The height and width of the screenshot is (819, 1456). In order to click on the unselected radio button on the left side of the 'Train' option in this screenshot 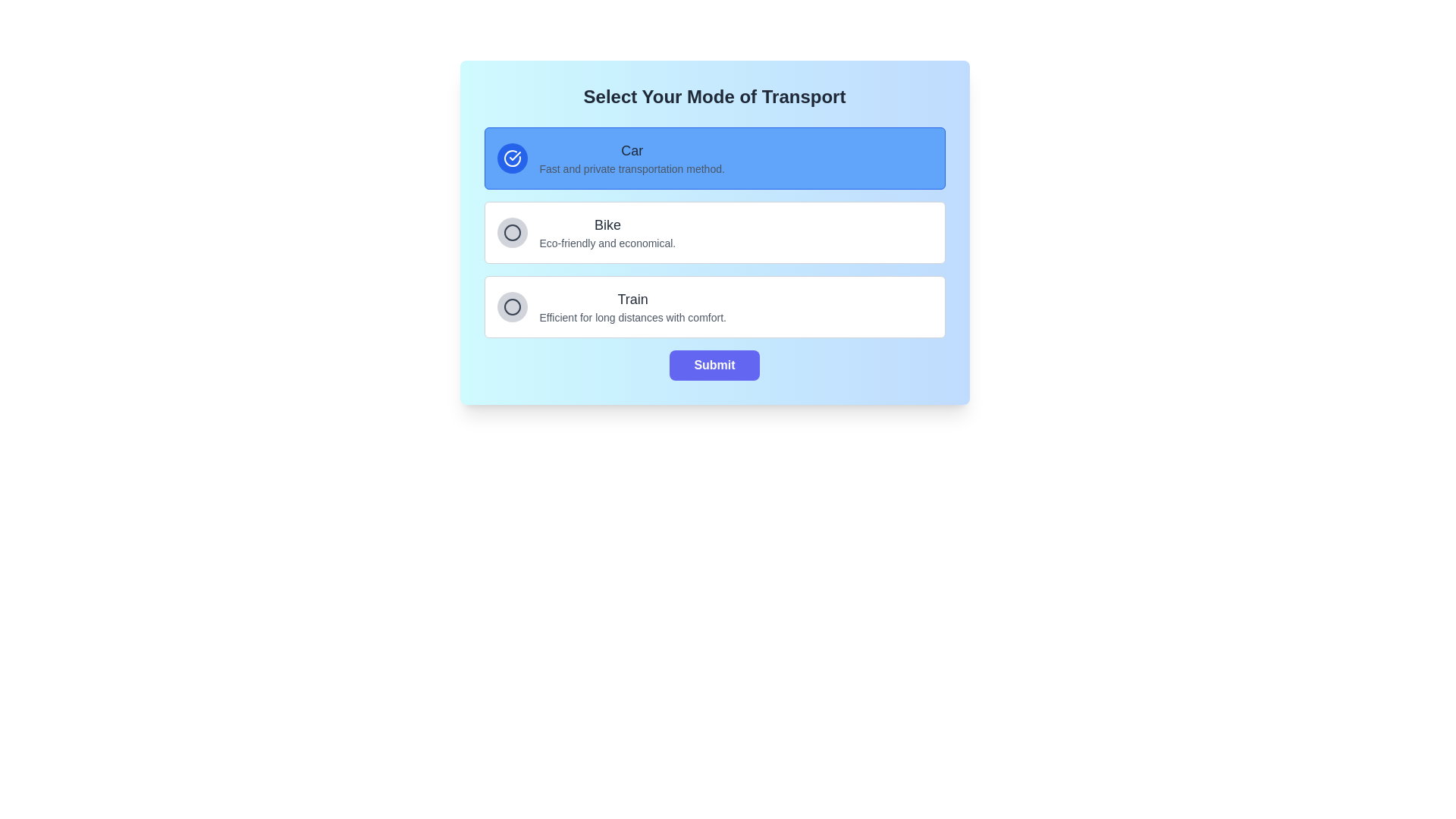, I will do `click(512, 307)`.